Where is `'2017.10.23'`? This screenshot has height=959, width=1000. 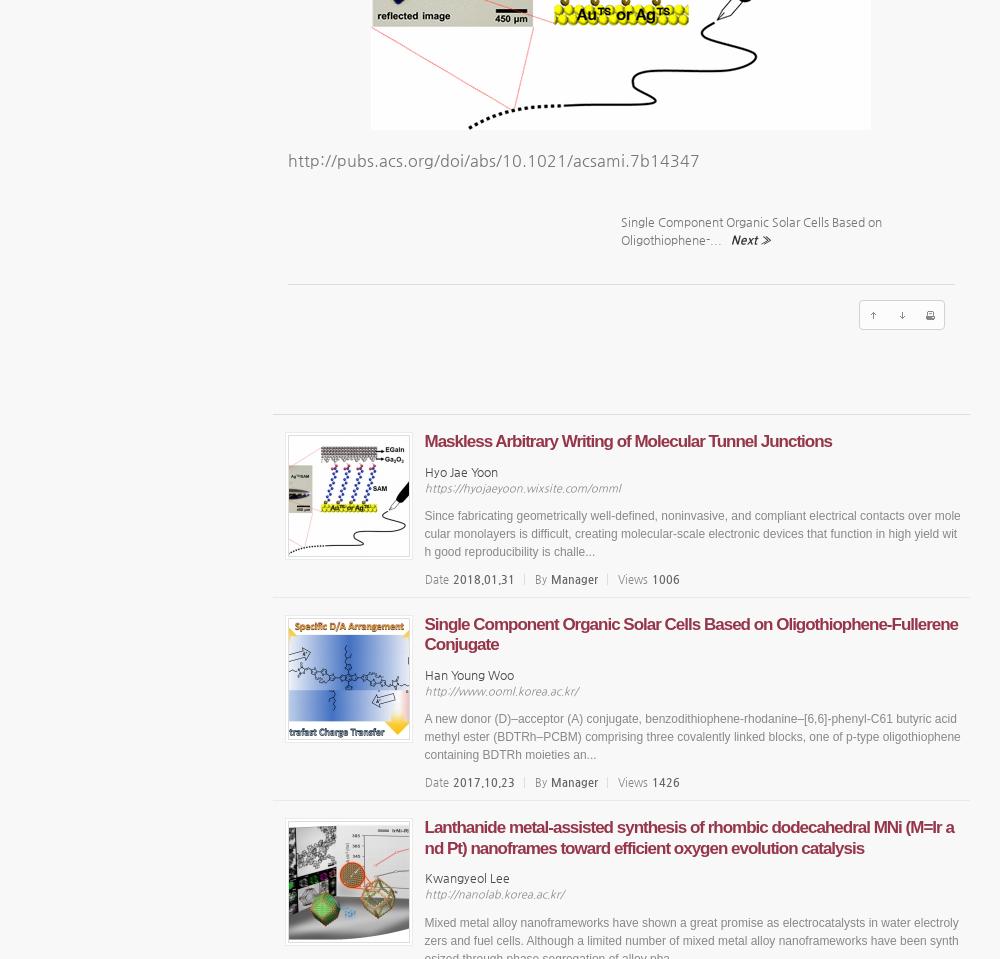
'2017.10.23' is located at coordinates (451, 782).